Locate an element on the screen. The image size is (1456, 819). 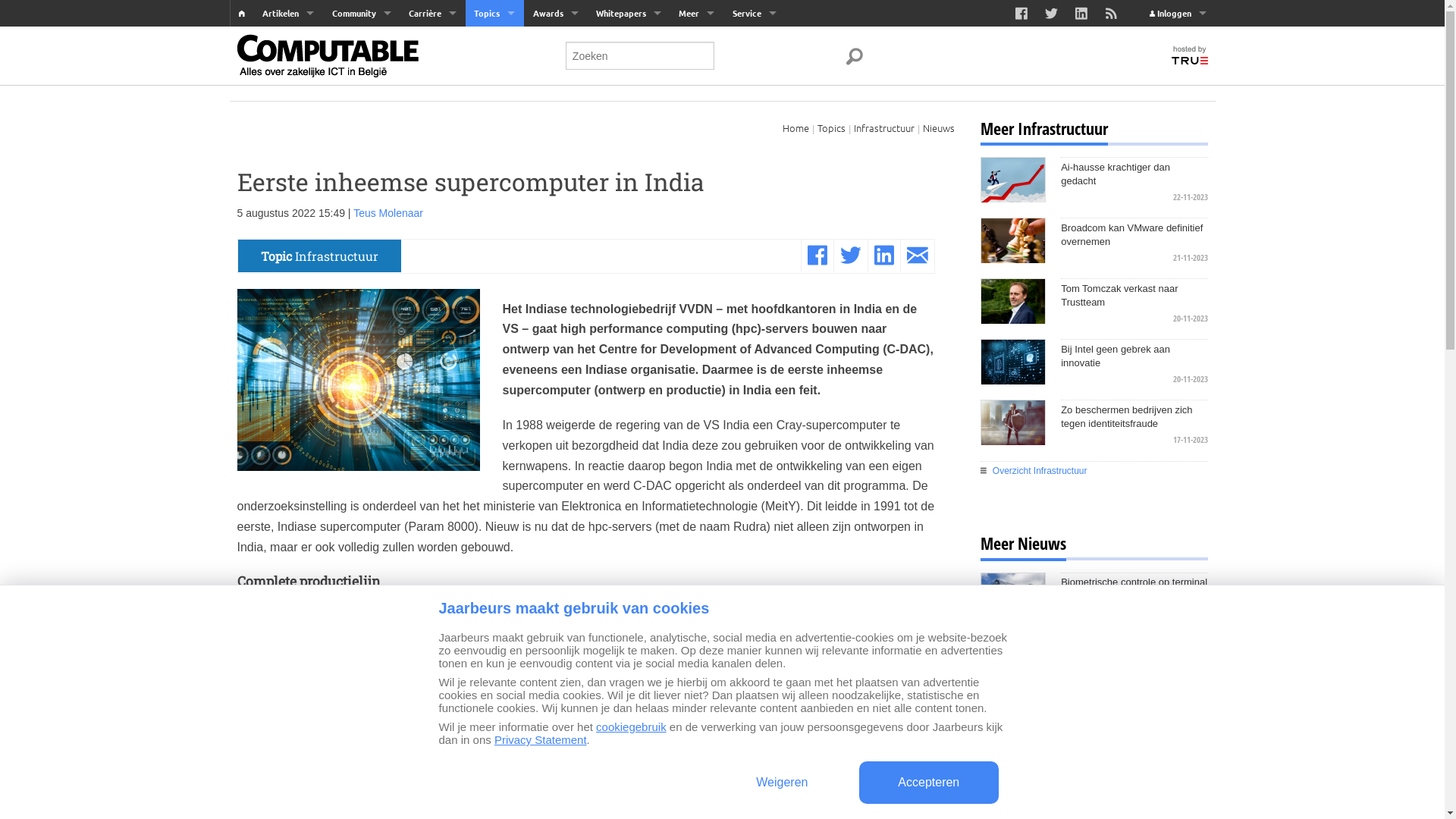
'Home' is located at coordinates (795, 127).